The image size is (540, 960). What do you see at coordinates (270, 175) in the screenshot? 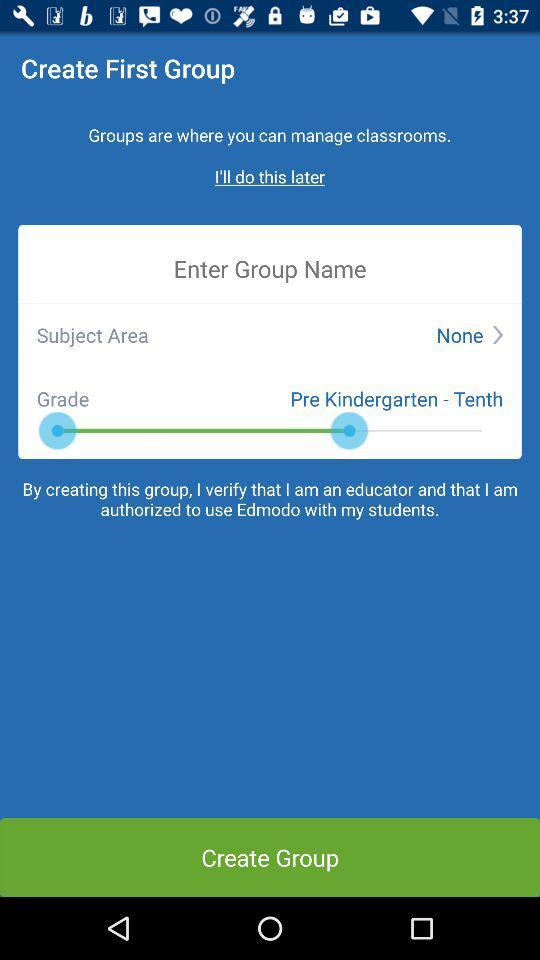
I see `the ill do this later` at bounding box center [270, 175].